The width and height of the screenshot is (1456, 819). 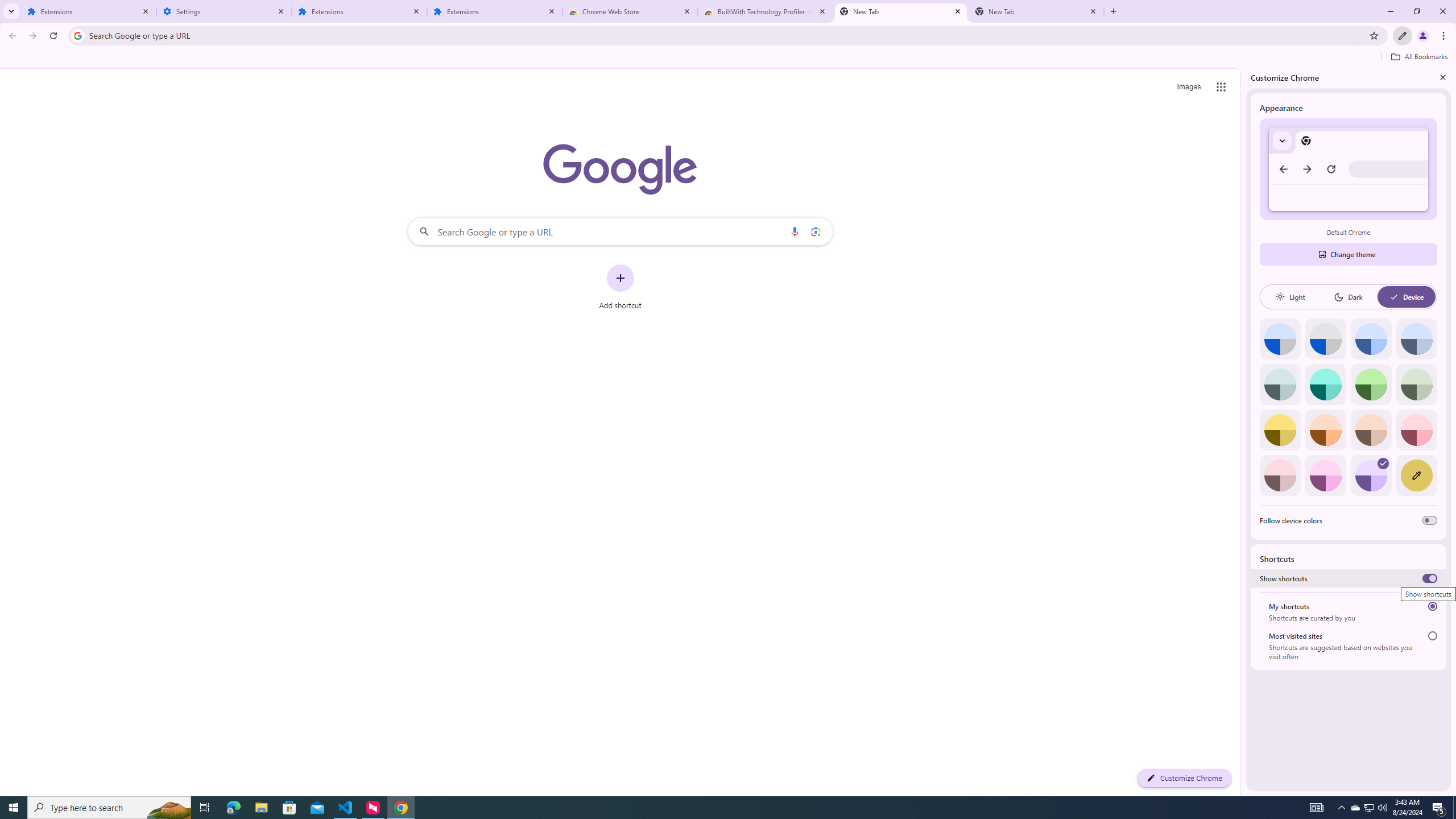 What do you see at coordinates (816, 230) in the screenshot?
I see `'Search by image'` at bounding box center [816, 230].